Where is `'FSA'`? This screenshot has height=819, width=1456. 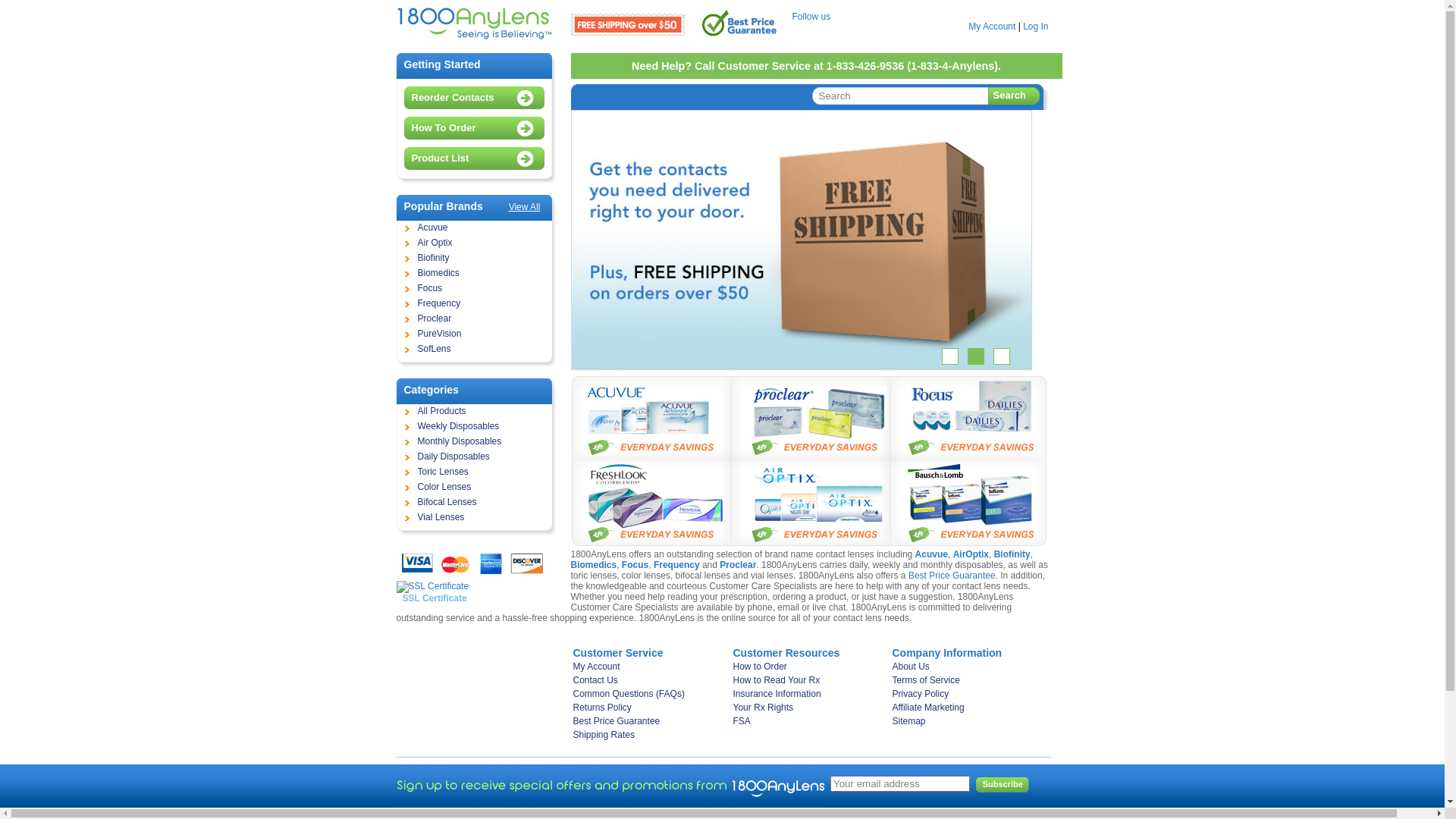 'FSA' is located at coordinates (807, 720).